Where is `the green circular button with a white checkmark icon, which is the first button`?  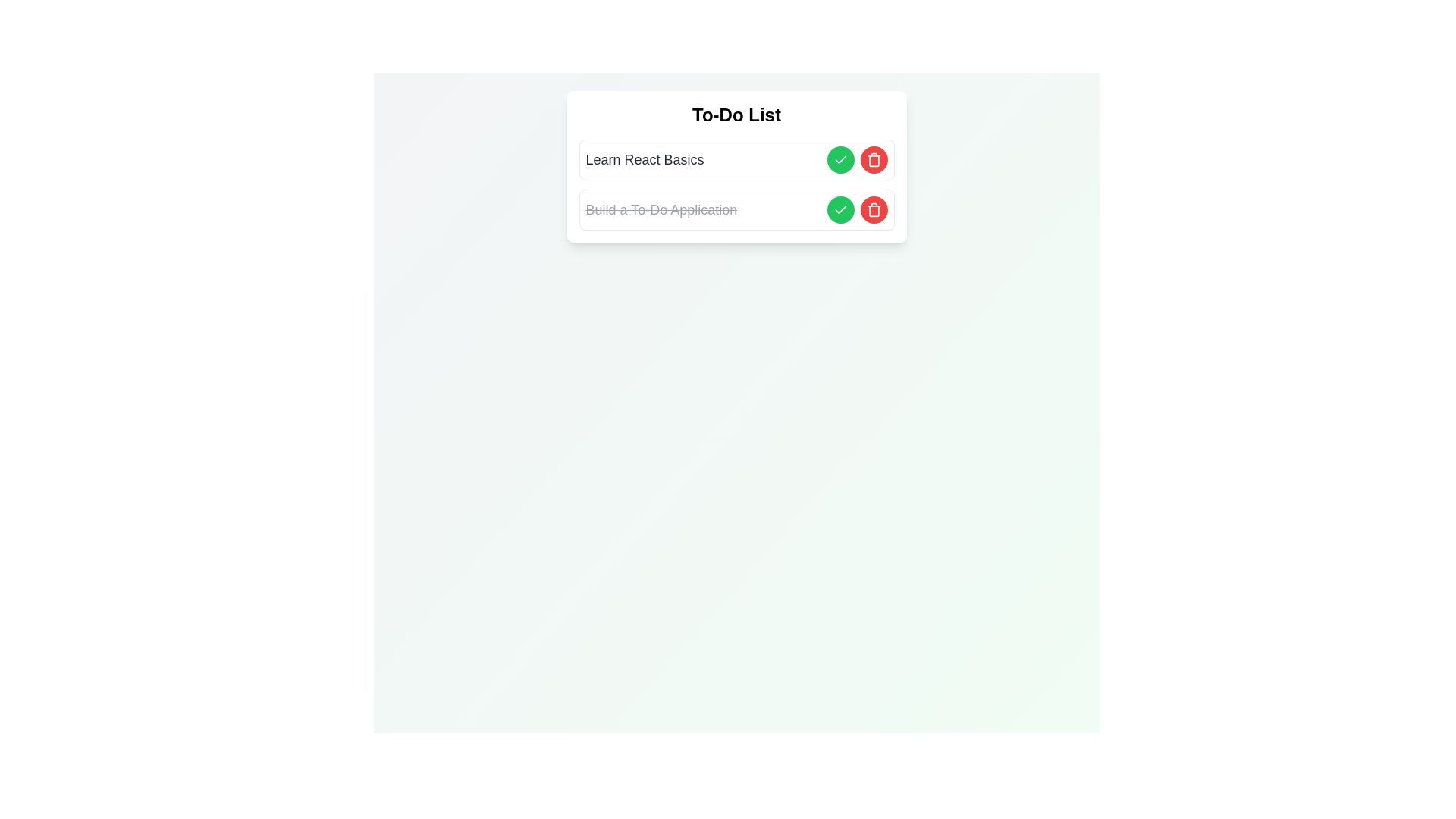 the green circular button with a white checkmark icon, which is the first button is located at coordinates (839, 160).